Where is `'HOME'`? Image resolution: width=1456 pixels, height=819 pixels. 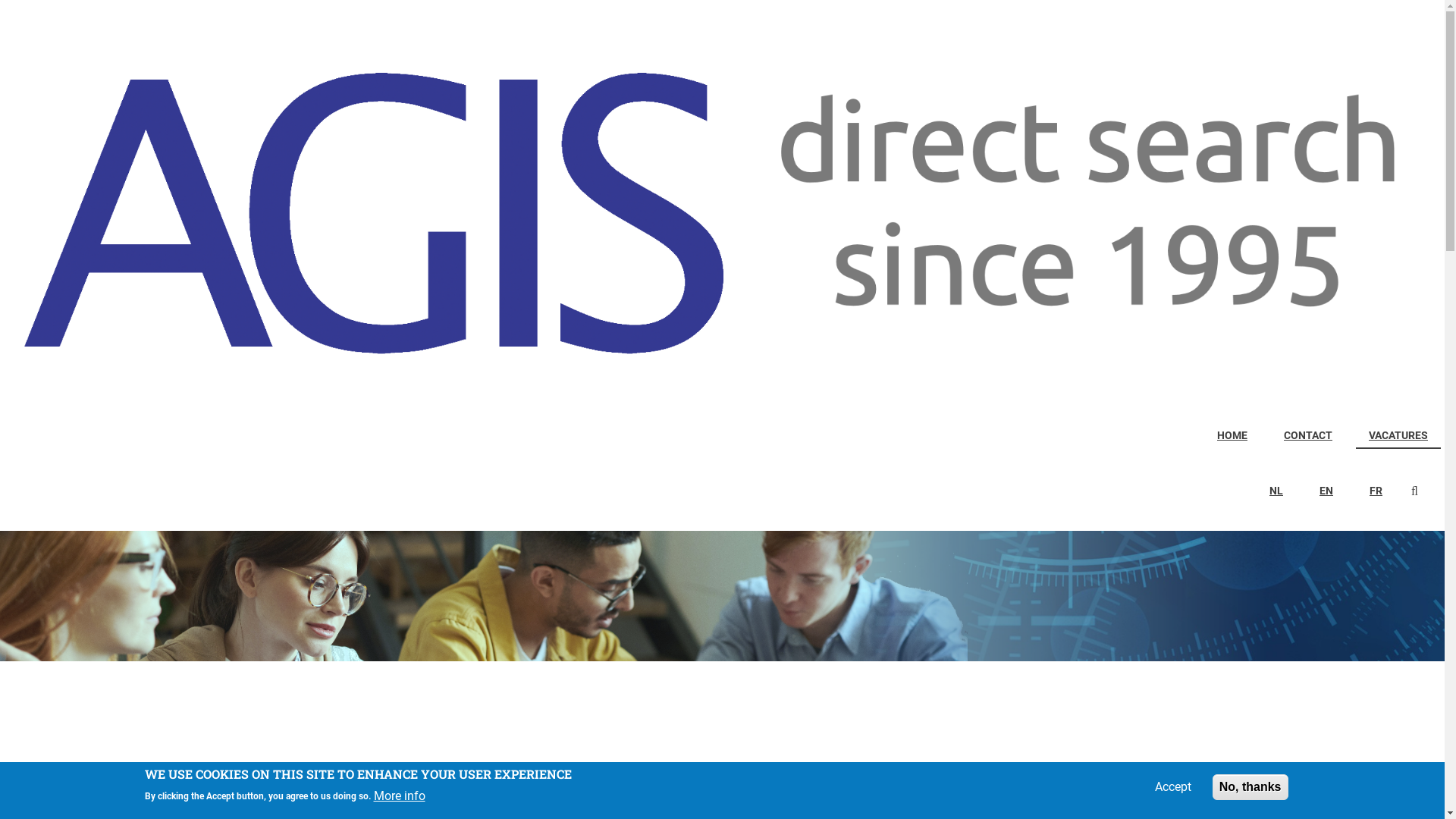
'HOME' is located at coordinates (1203, 436).